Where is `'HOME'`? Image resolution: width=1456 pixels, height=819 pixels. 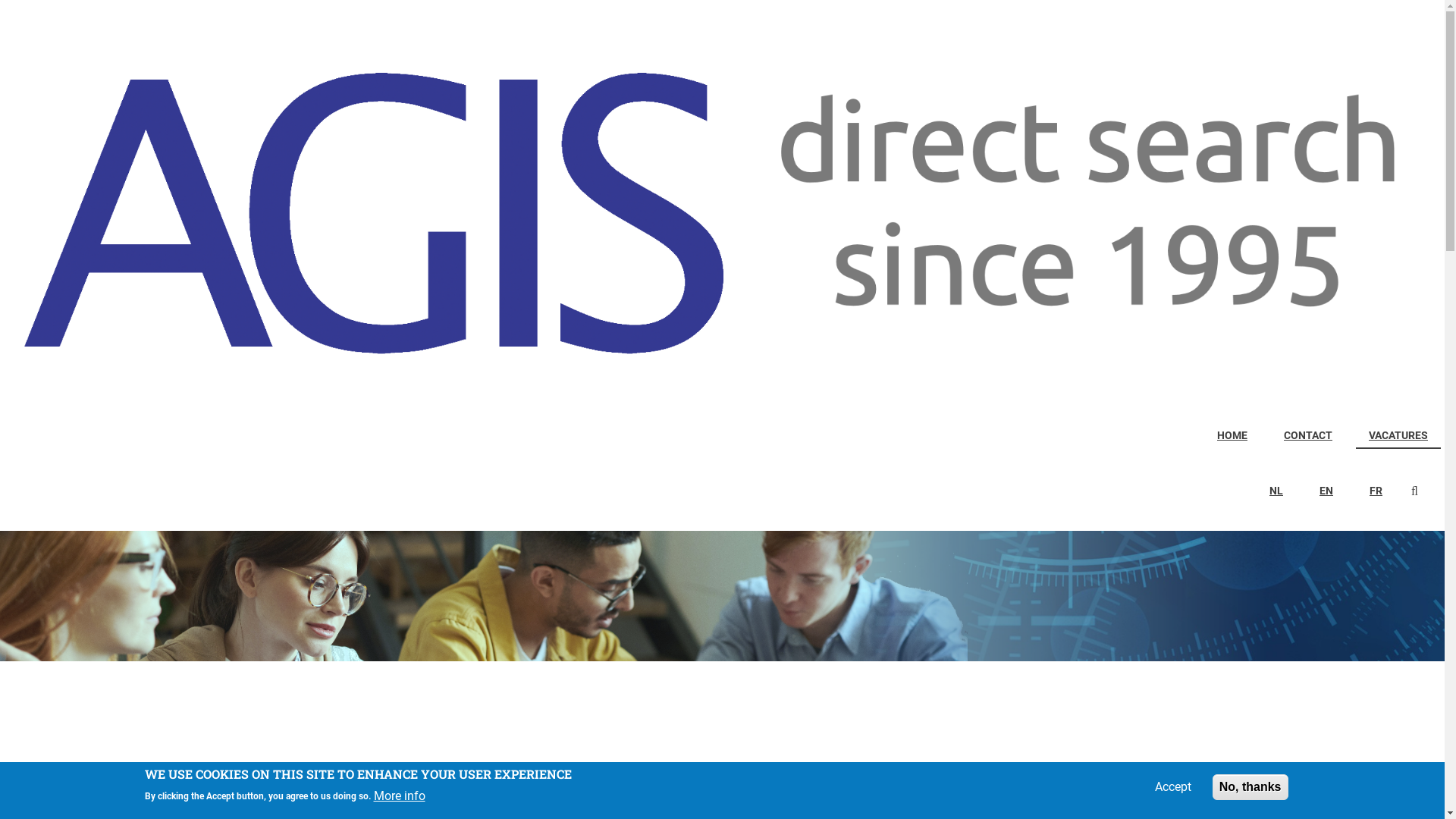
'HOME' is located at coordinates (1203, 436).